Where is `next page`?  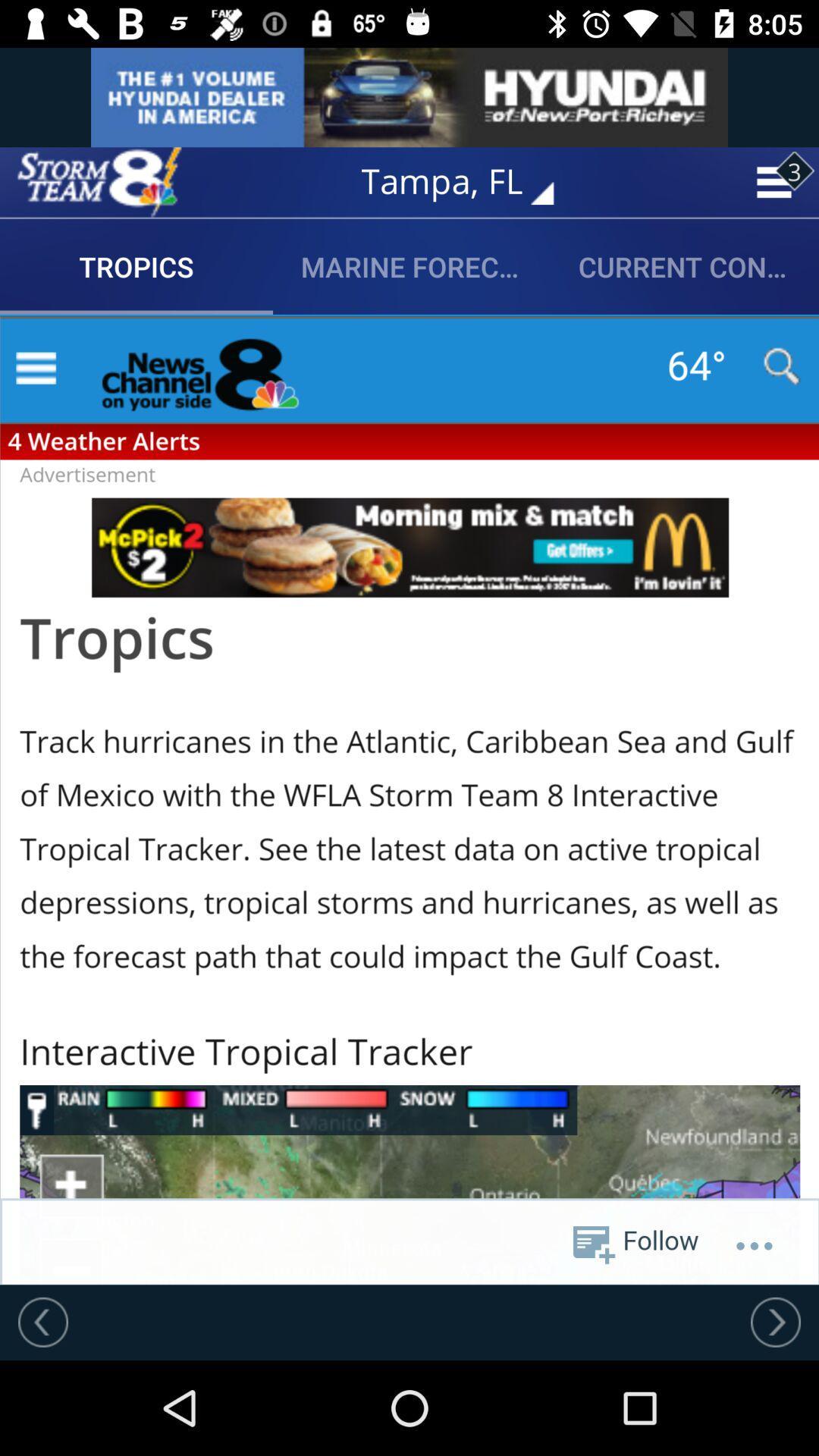
next page is located at coordinates (775, 1321).